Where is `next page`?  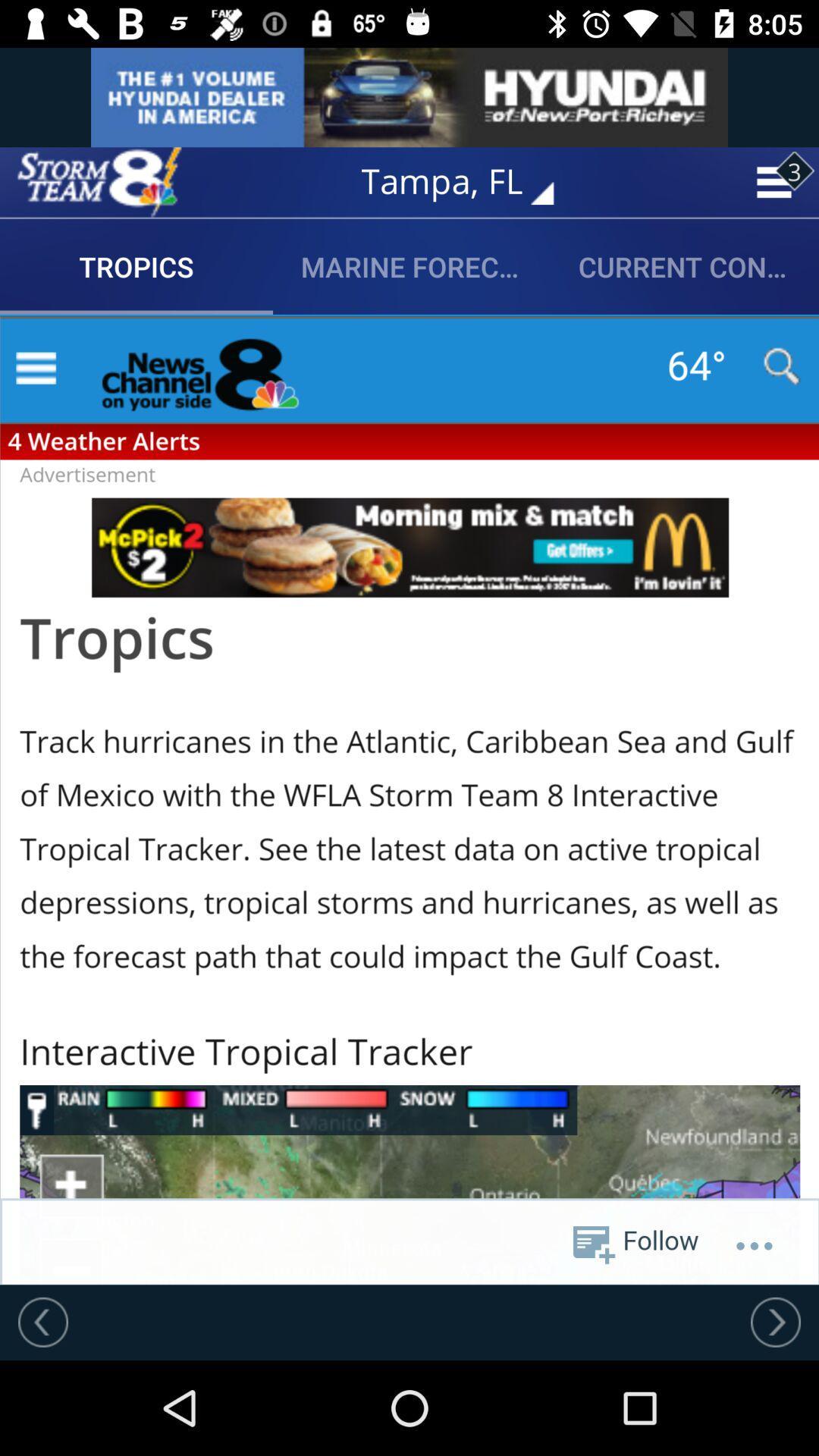
next page is located at coordinates (775, 1321).